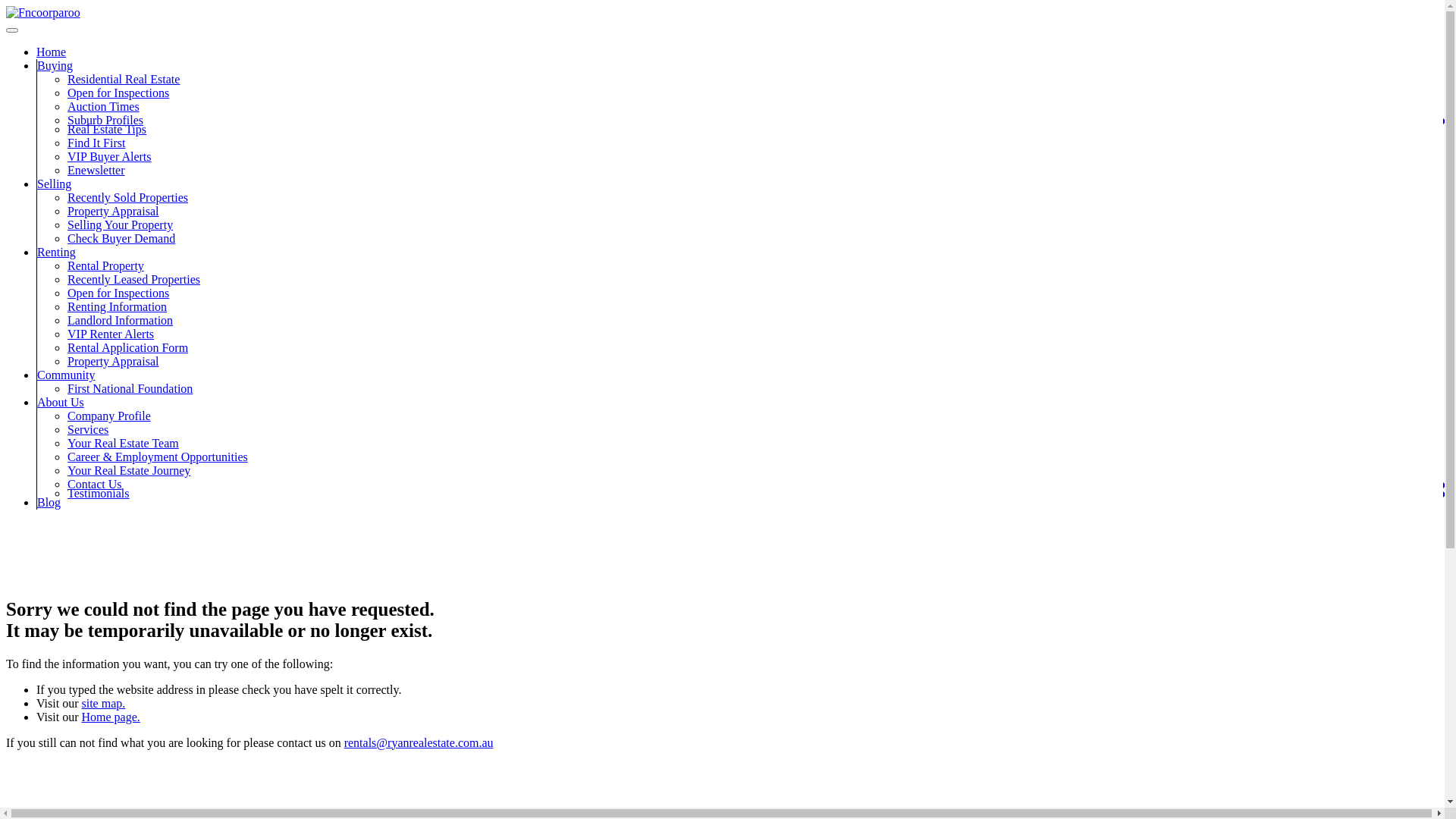 This screenshot has height=819, width=1456. I want to click on 'Career & Employment Opportunities', so click(157, 456).